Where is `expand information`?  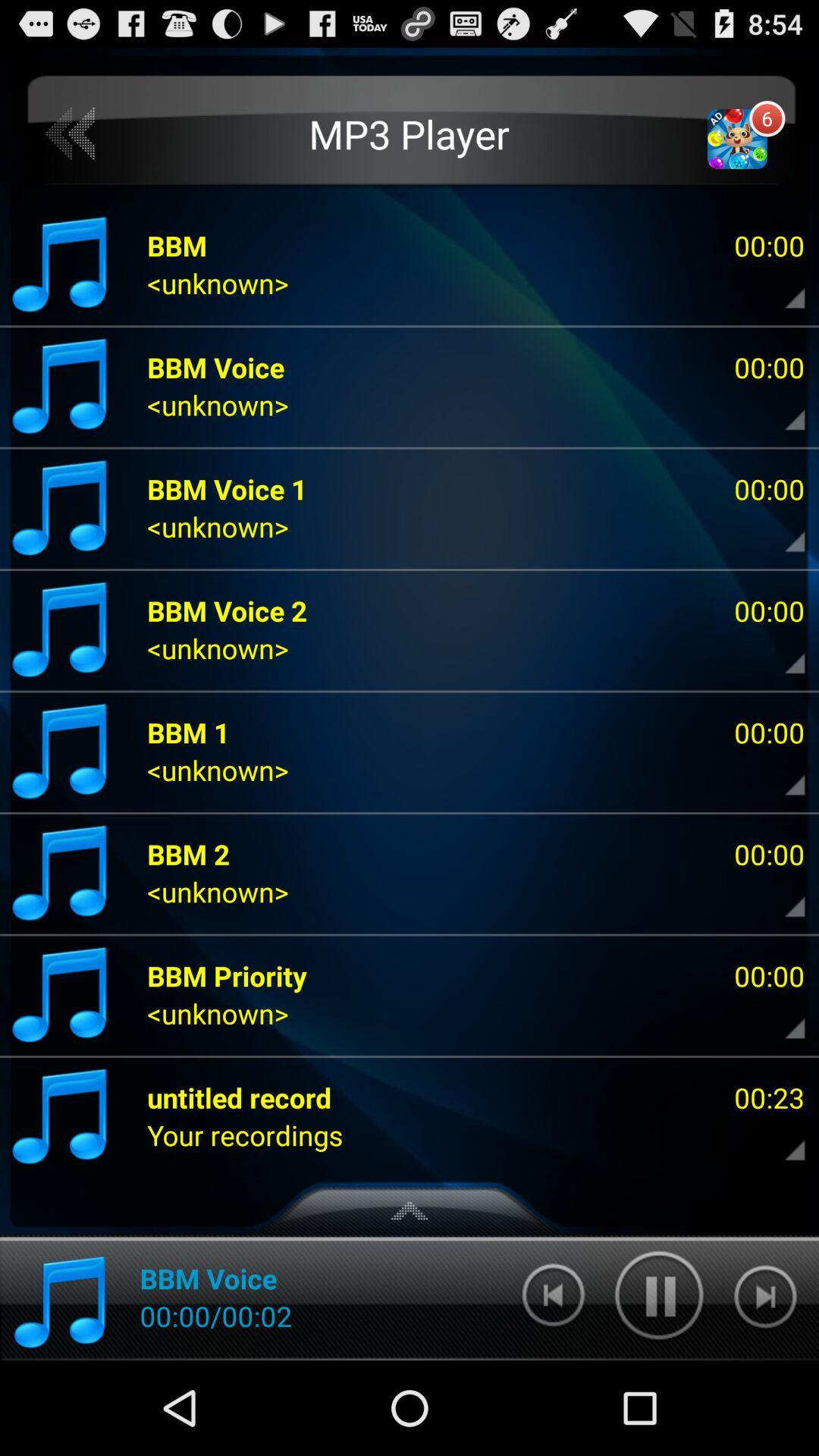 expand information is located at coordinates (782, 531).